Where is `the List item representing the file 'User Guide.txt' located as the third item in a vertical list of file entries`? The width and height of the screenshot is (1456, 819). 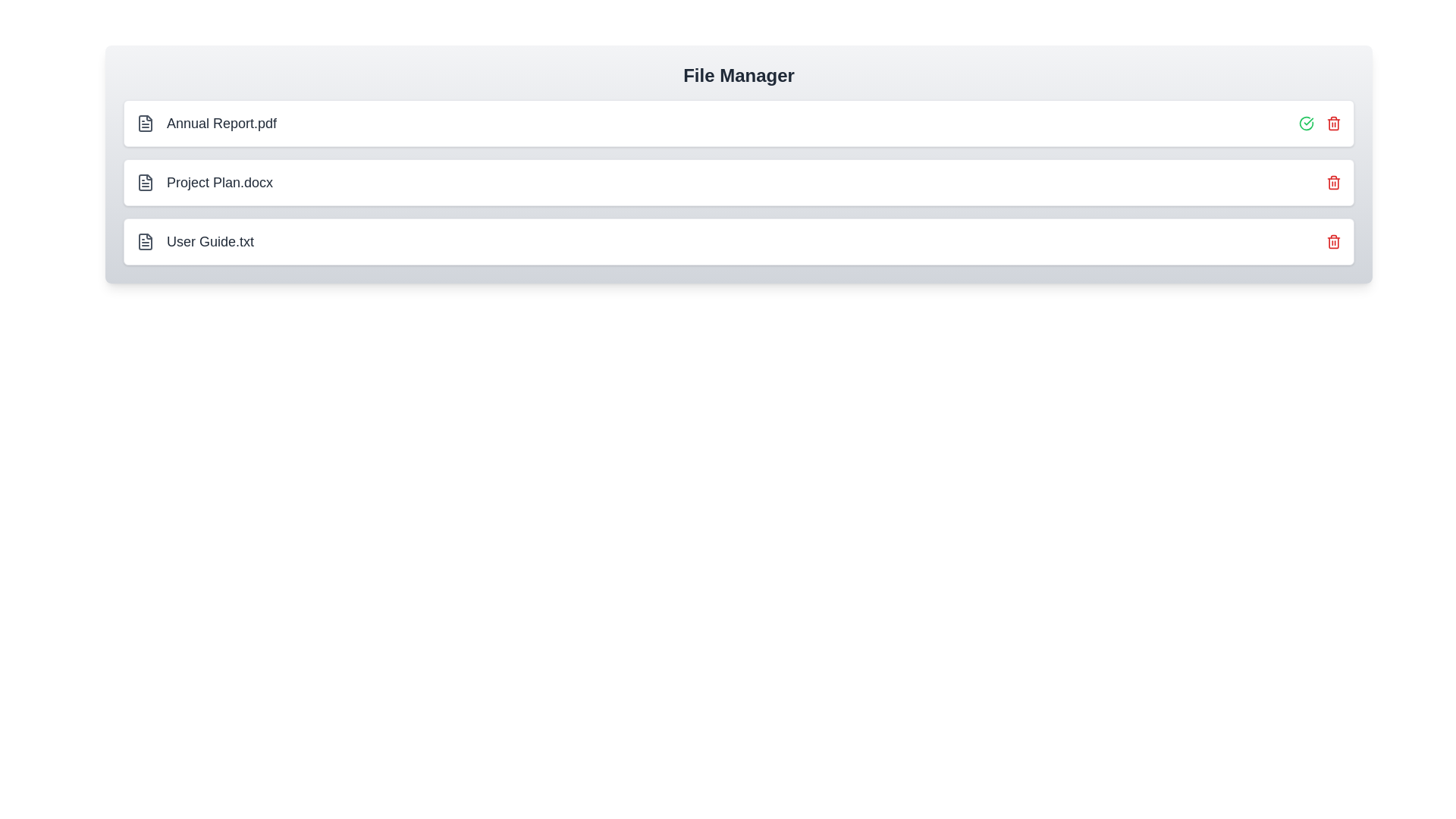 the List item representing the file 'User Guide.txt' located as the third item in a vertical list of file entries is located at coordinates (194, 241).